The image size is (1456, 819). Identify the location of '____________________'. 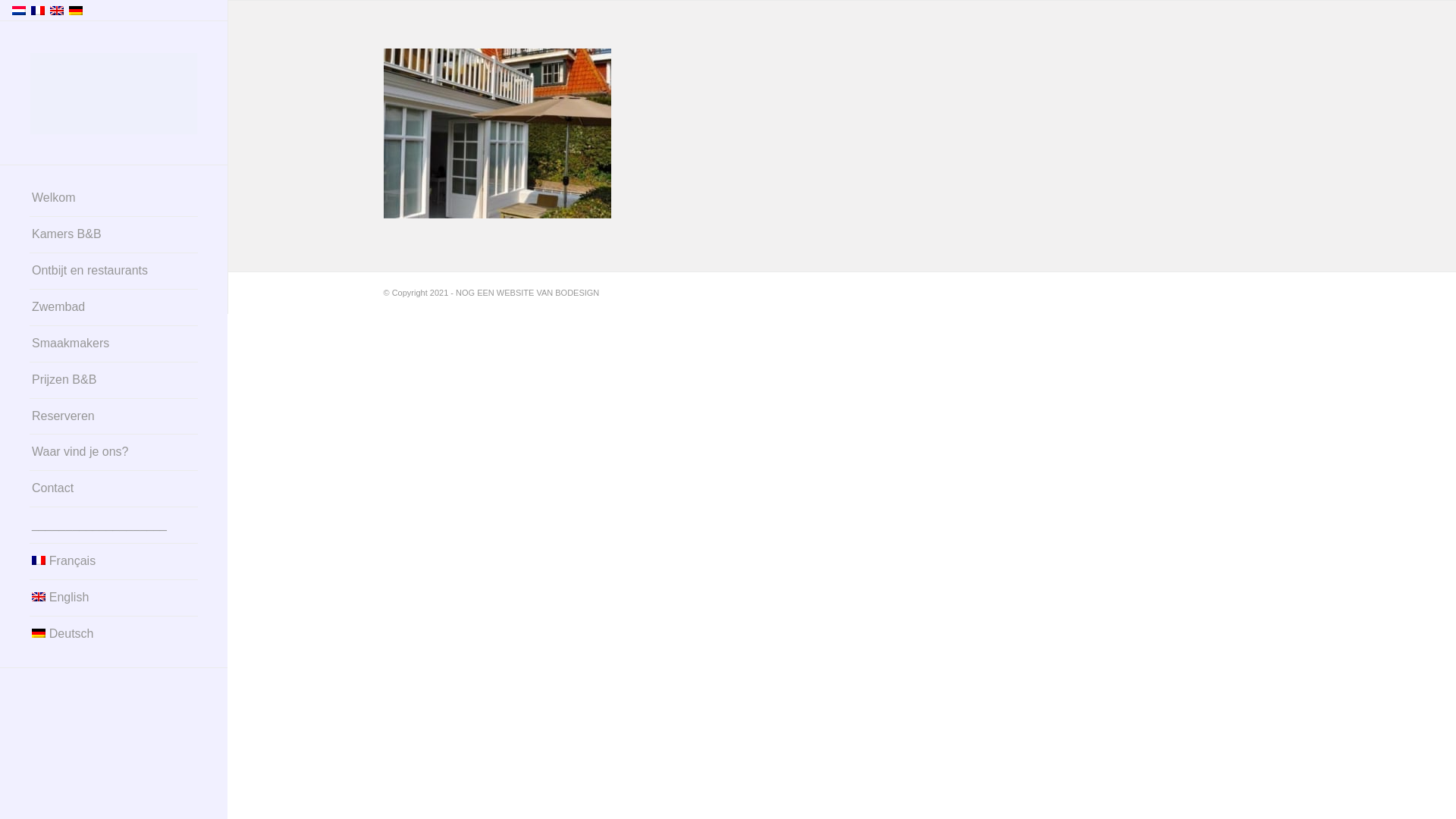
(112, 525).